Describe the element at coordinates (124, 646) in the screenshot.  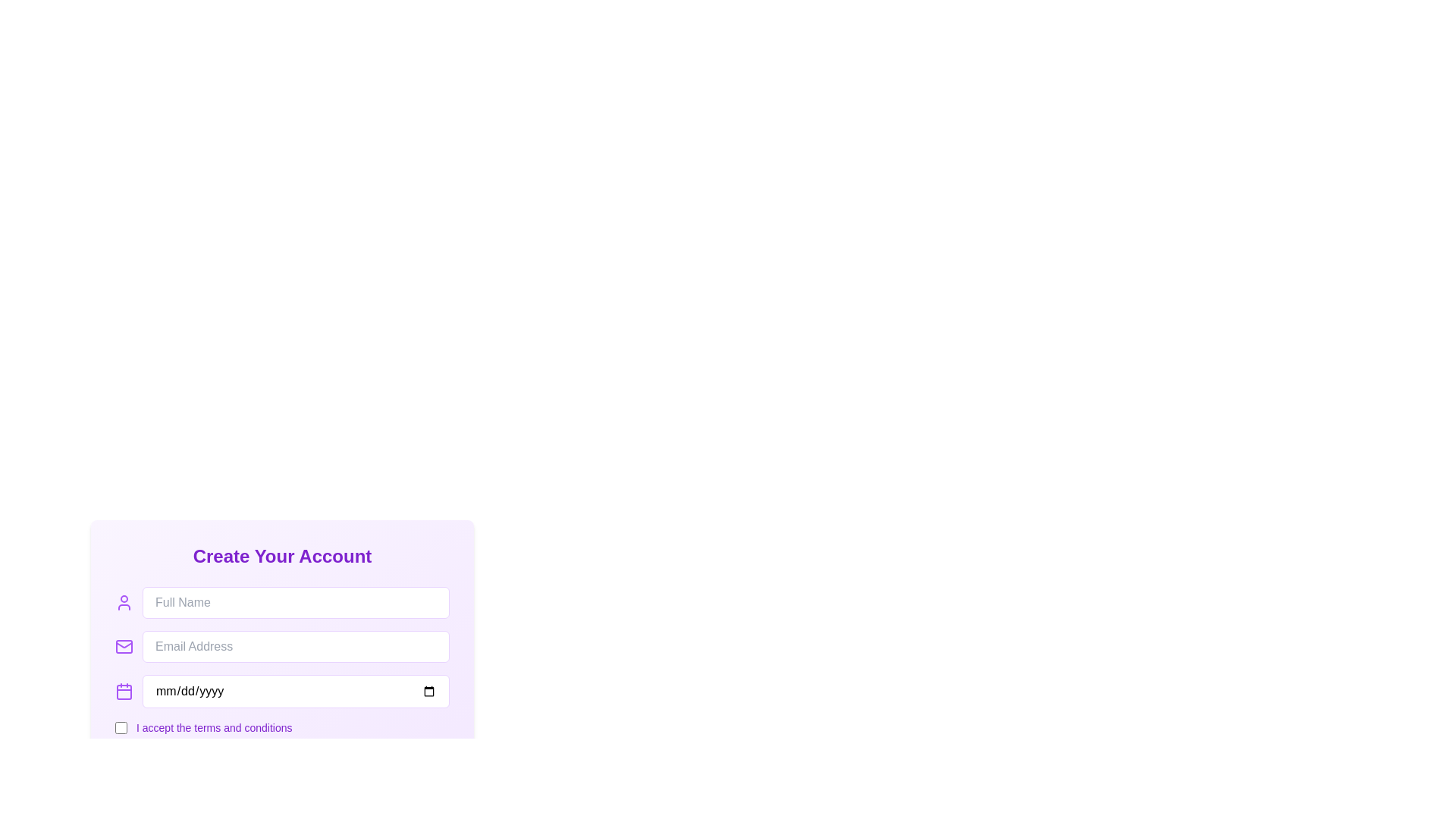
I see `the purple outlined envelope icon located at the beginning of the second row containing the email input field` at that location.